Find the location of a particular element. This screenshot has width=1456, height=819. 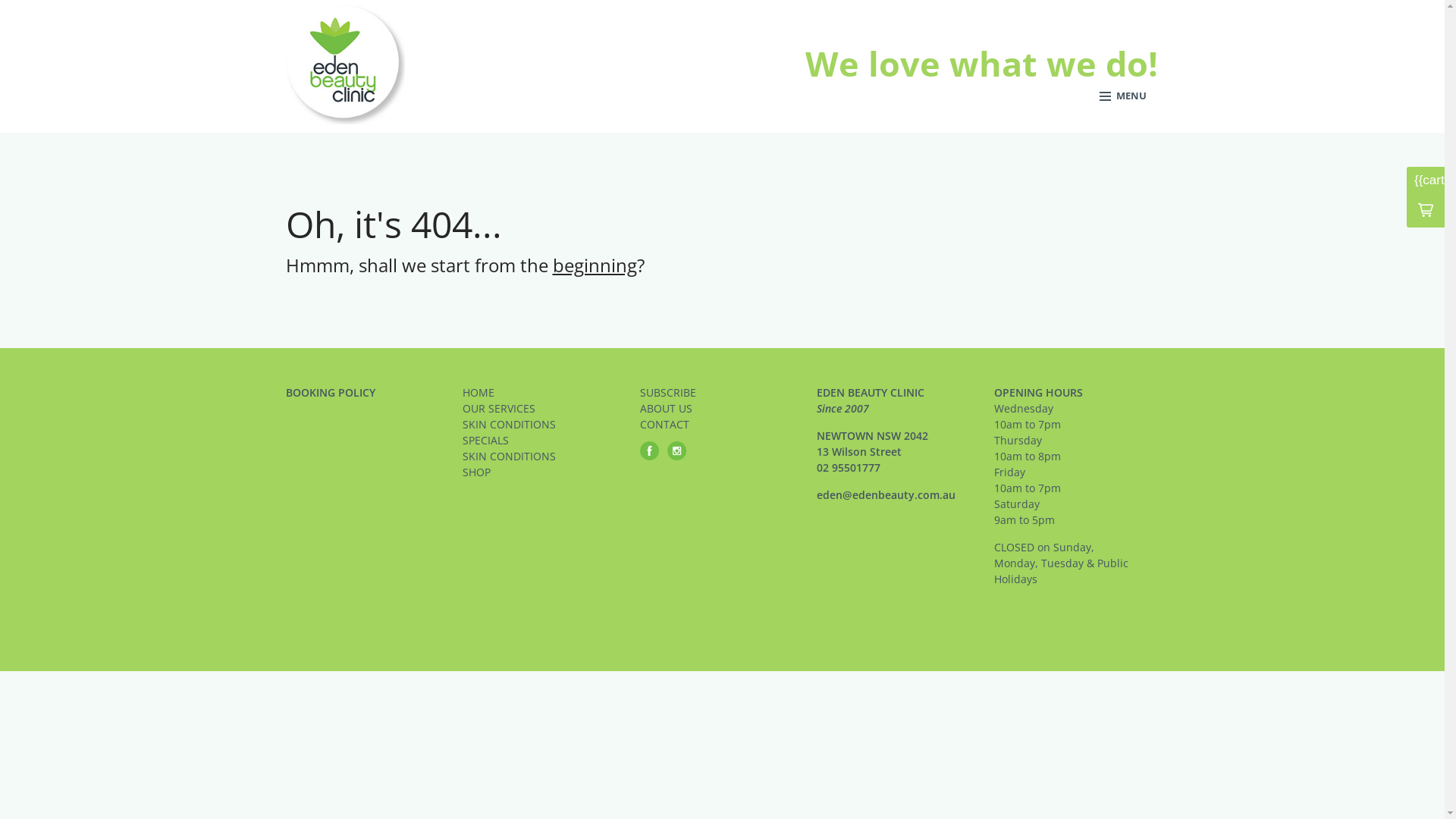

'SHOP' is located at coordinates (545, 471).